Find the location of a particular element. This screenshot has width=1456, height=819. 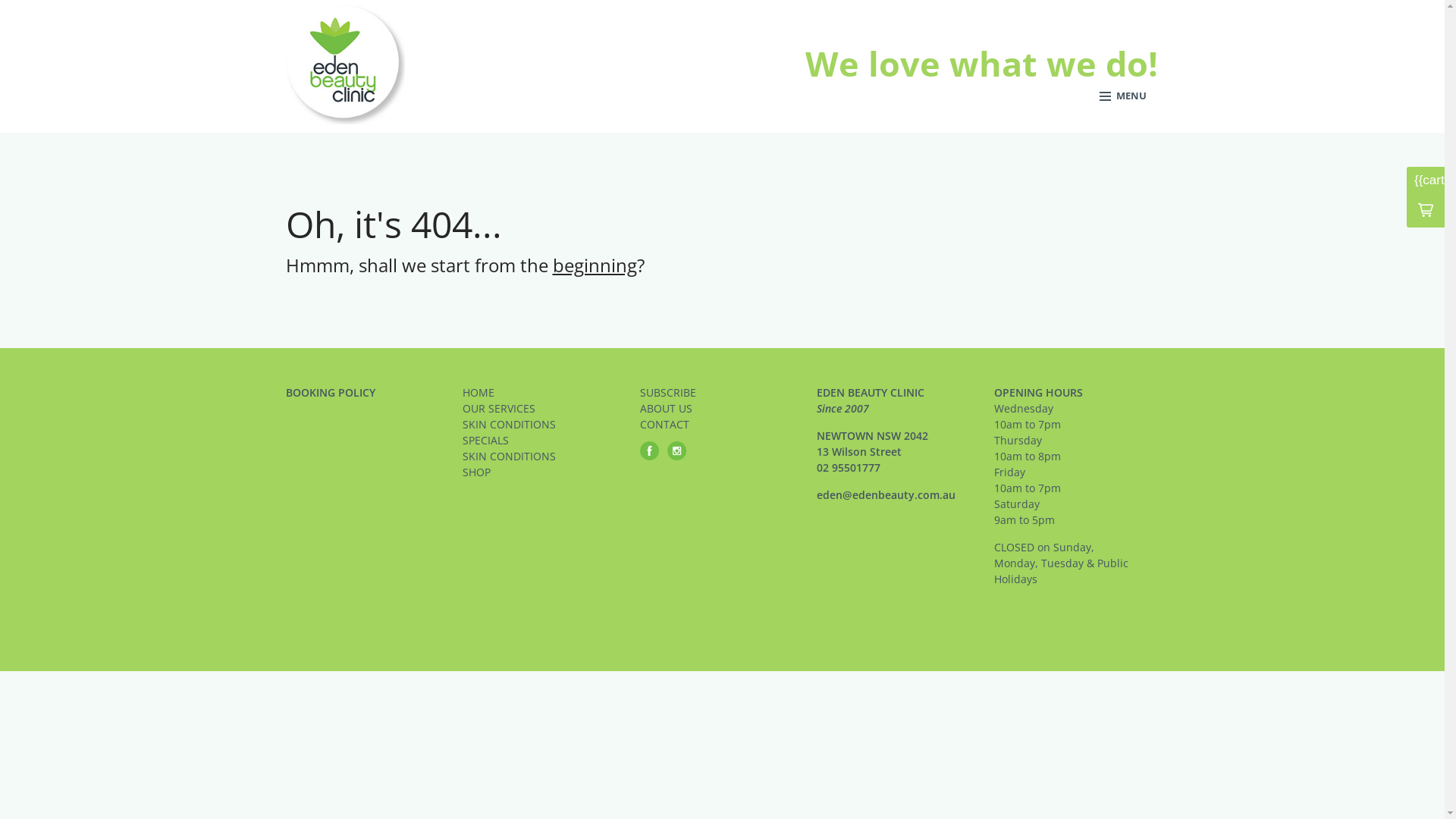

'SHOP' is located at coordinates (545, 471).